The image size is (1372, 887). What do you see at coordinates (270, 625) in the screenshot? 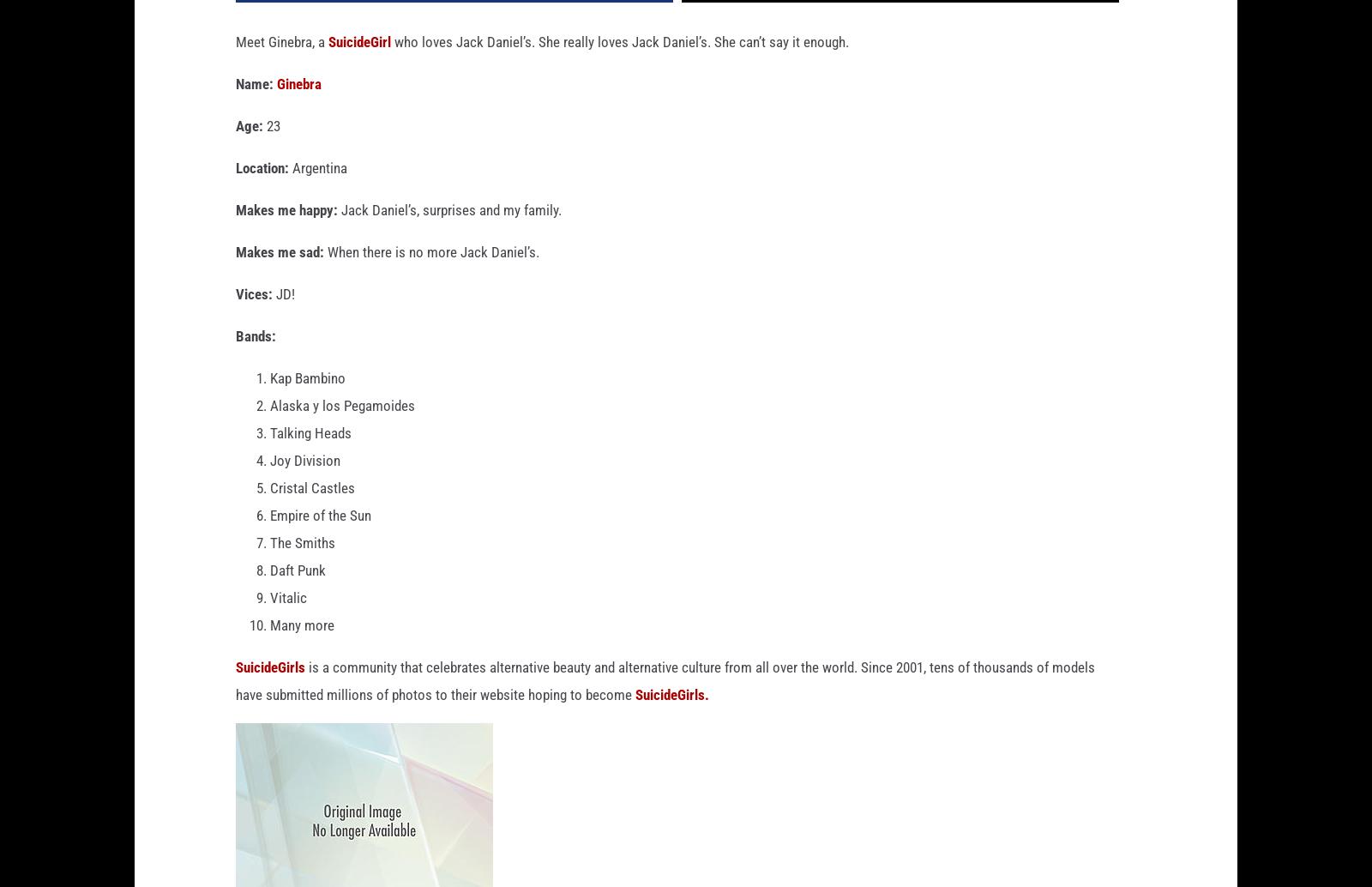
I see `'Vitalic'` at bounding box center [270, 625].